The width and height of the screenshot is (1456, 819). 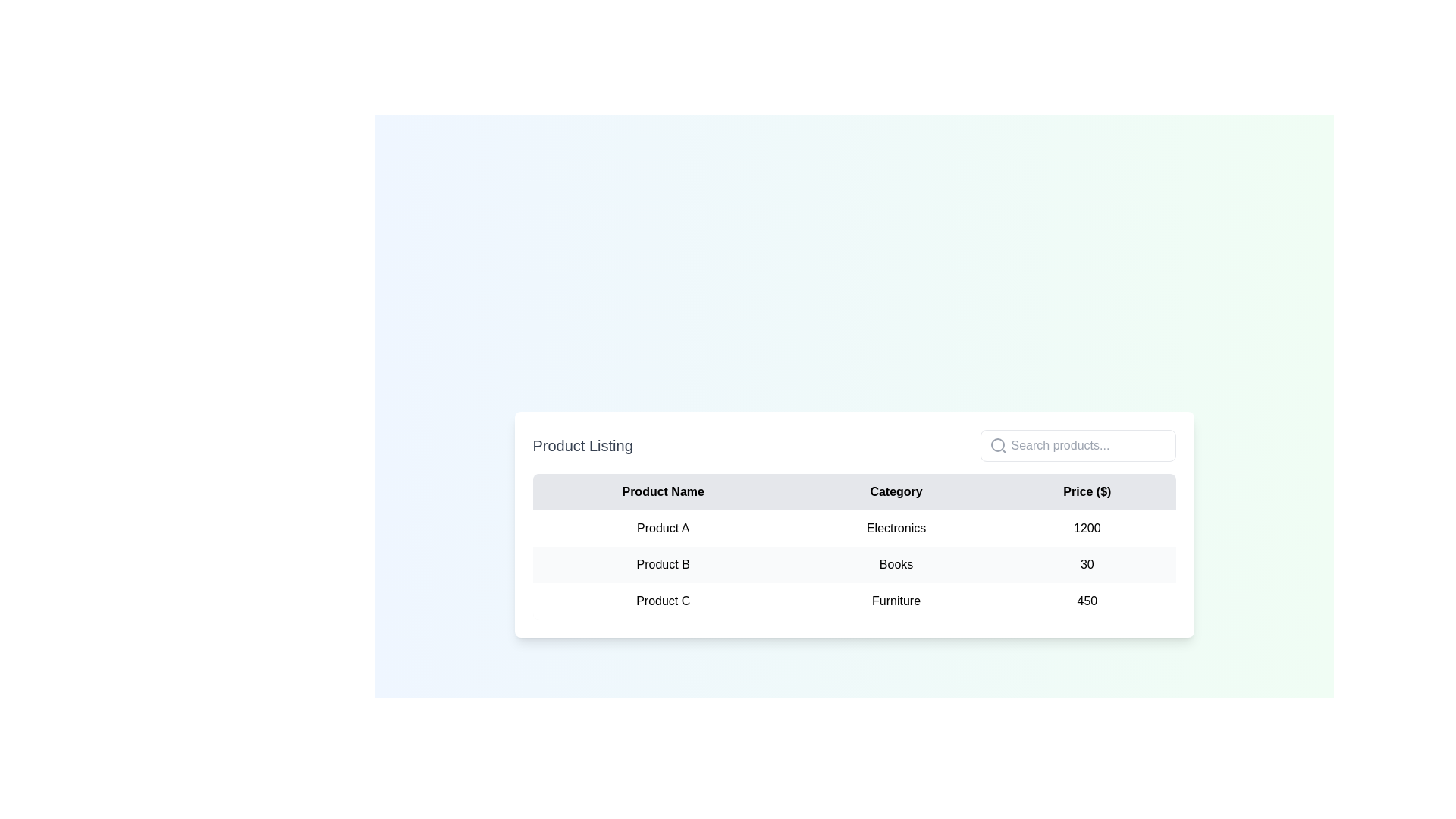 What do you see at coordinates (663, 491) in the screenshot?
I see `the 'Product Name' text label which is displayed in bold and centered style in the header row of a table interface` at bounding box center [663, 491].